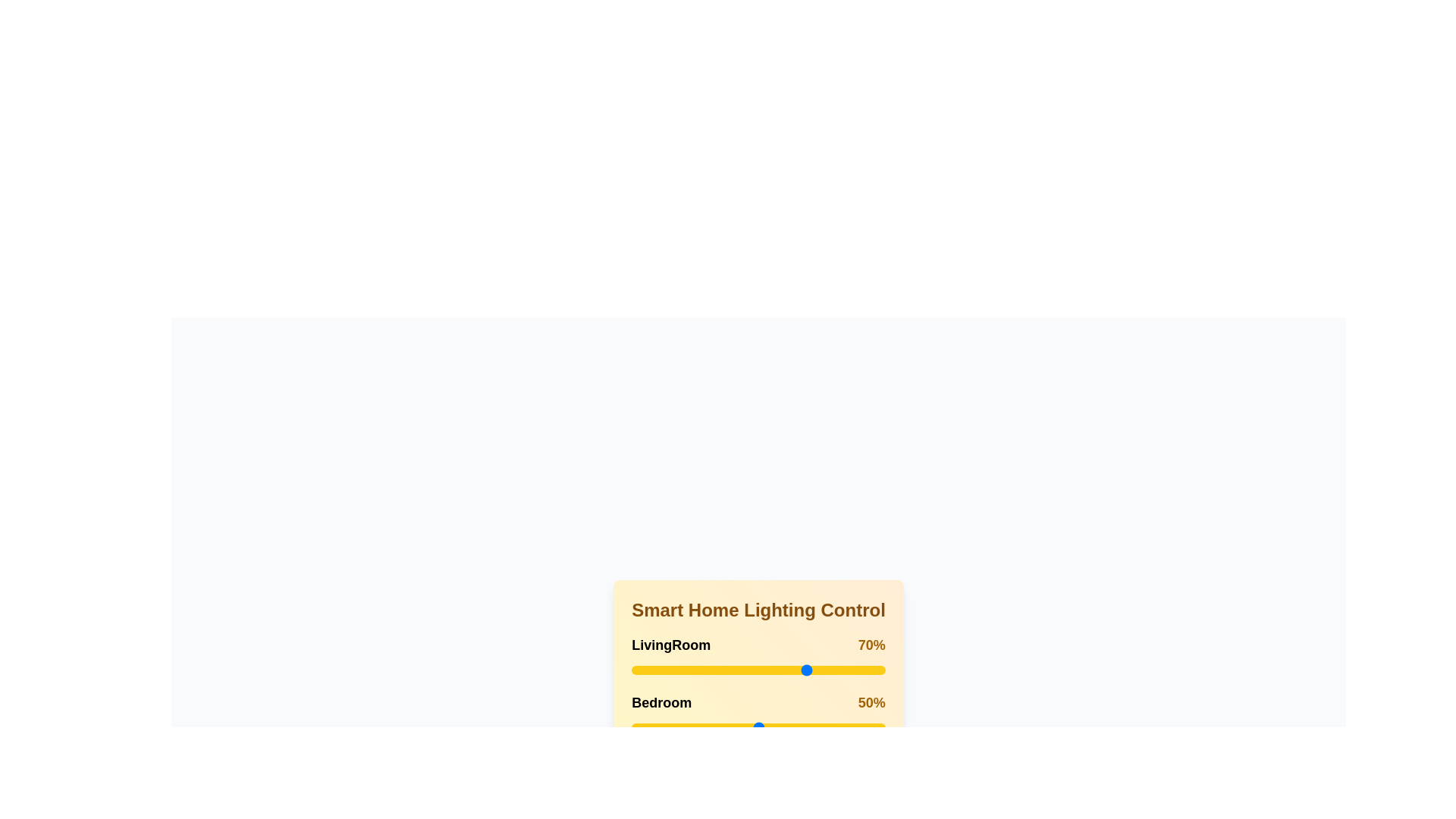 The width and height of the screenshot is (1456, 819). What do you see at coordinates (764, 669) in the screenshot?
I see `the lighting control value` at bounding box center [764, 669].